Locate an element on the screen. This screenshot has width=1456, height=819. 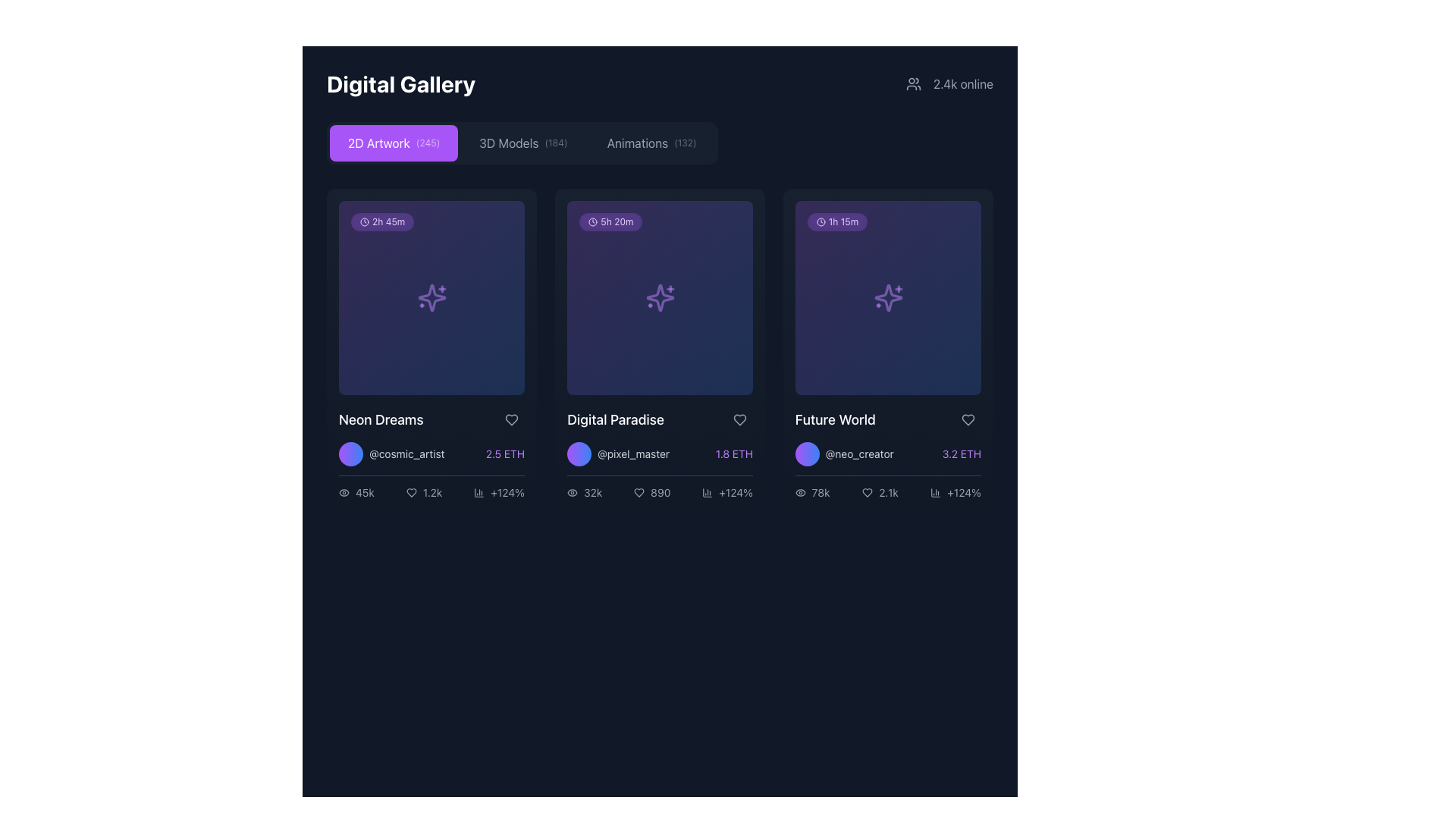
the user avatar representing the '@cosmic_artist' account, located to the left of the text within a horizontally laid-out list is located at coordinates (350, 453).